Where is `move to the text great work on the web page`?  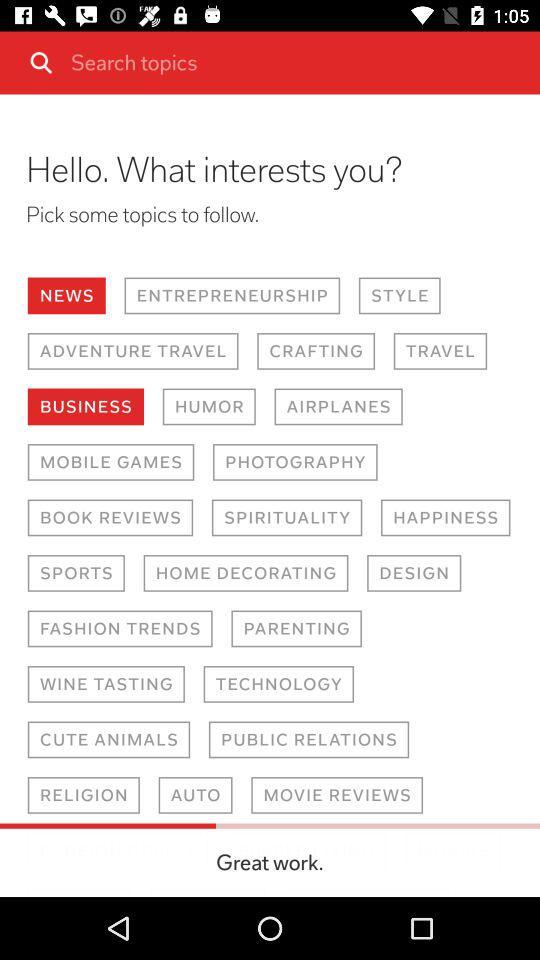
move to the text great work on the web page is located at coordinates (306, 850).